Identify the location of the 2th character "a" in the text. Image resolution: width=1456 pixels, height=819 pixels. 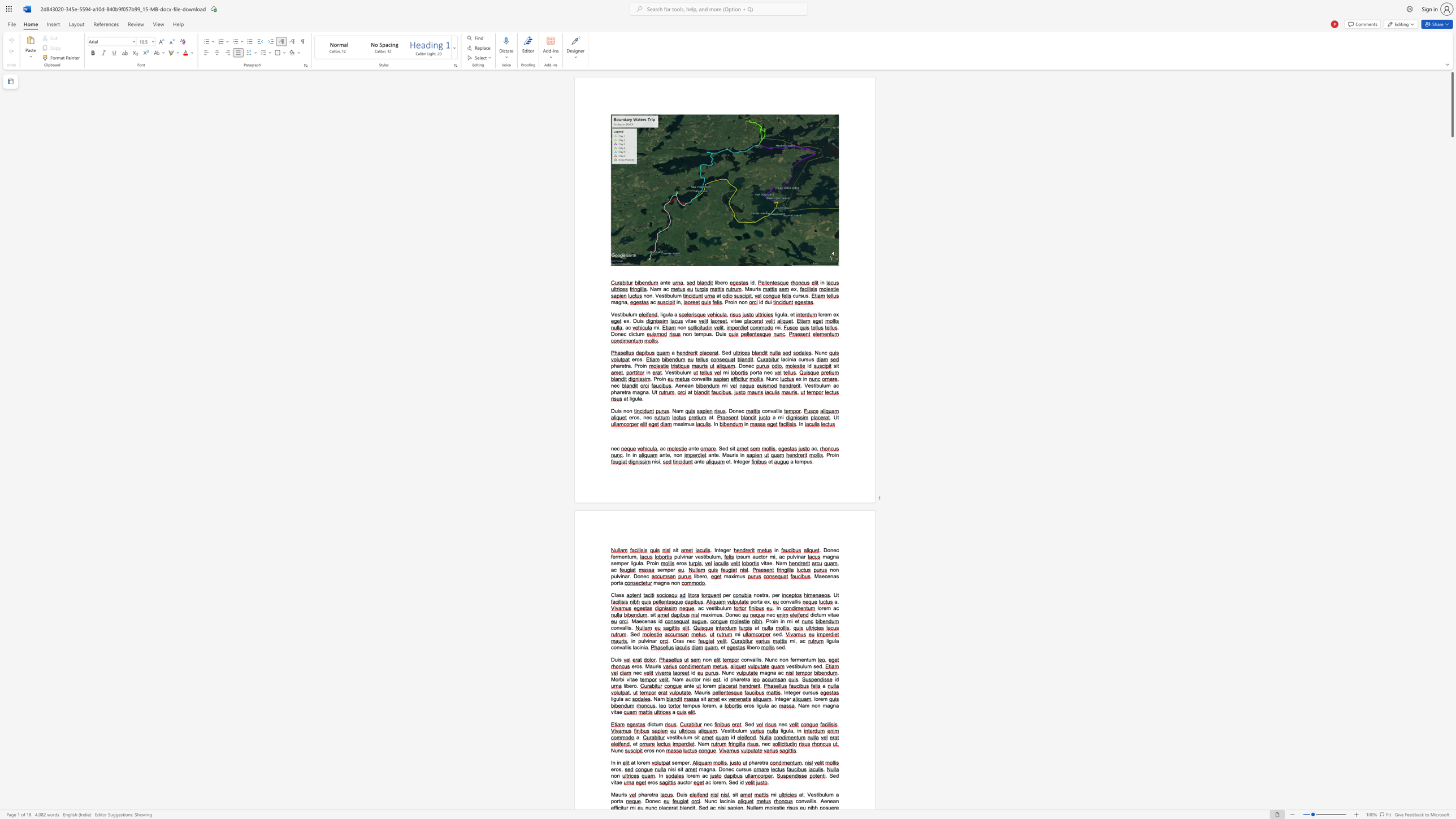
(687, 679).